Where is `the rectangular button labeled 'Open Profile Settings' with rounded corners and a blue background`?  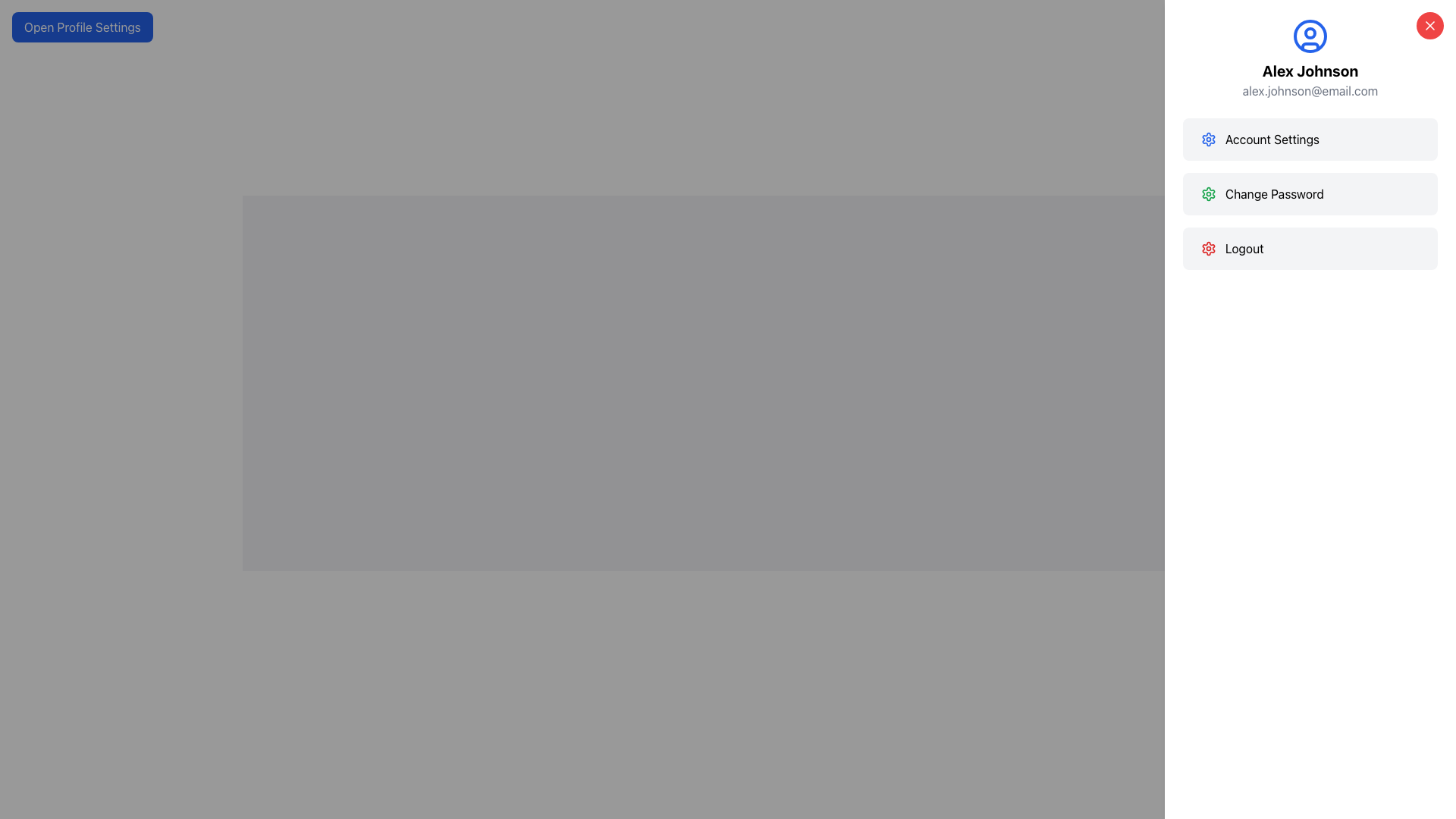 the rectangular button labeled 'Open Profile Settings' with rounded corners and a blue background is located at coordinates (81, 27).